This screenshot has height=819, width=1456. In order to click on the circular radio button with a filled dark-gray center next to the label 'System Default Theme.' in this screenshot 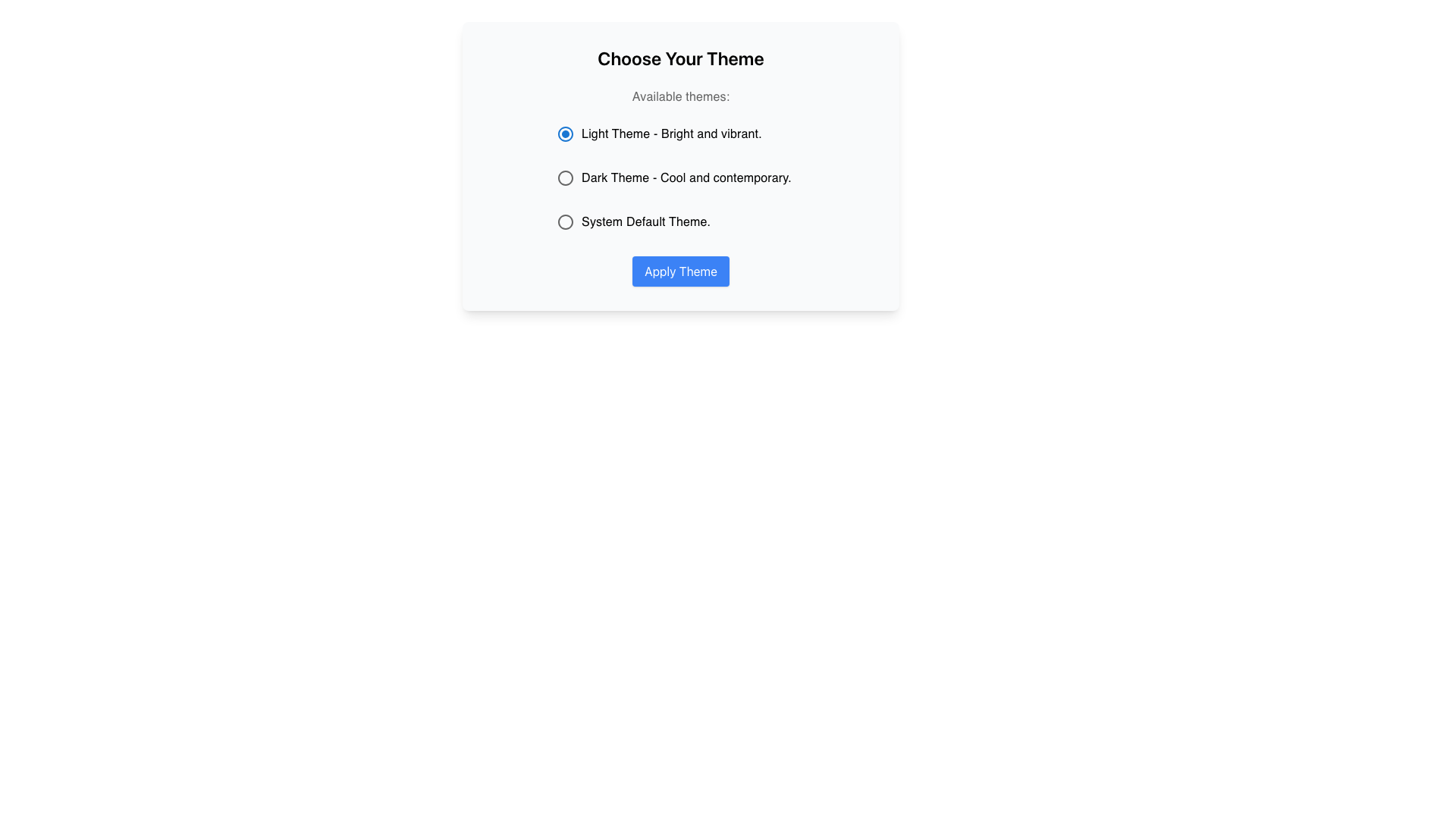, I will do `click(565, 222)`.